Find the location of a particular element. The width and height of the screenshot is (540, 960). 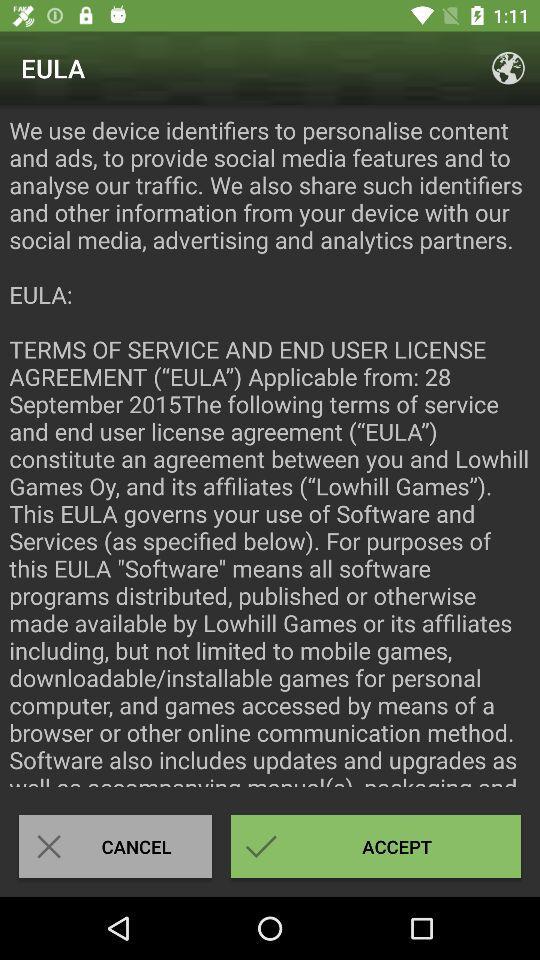

item at the bottom right corner is located at coordinates (376, 845).